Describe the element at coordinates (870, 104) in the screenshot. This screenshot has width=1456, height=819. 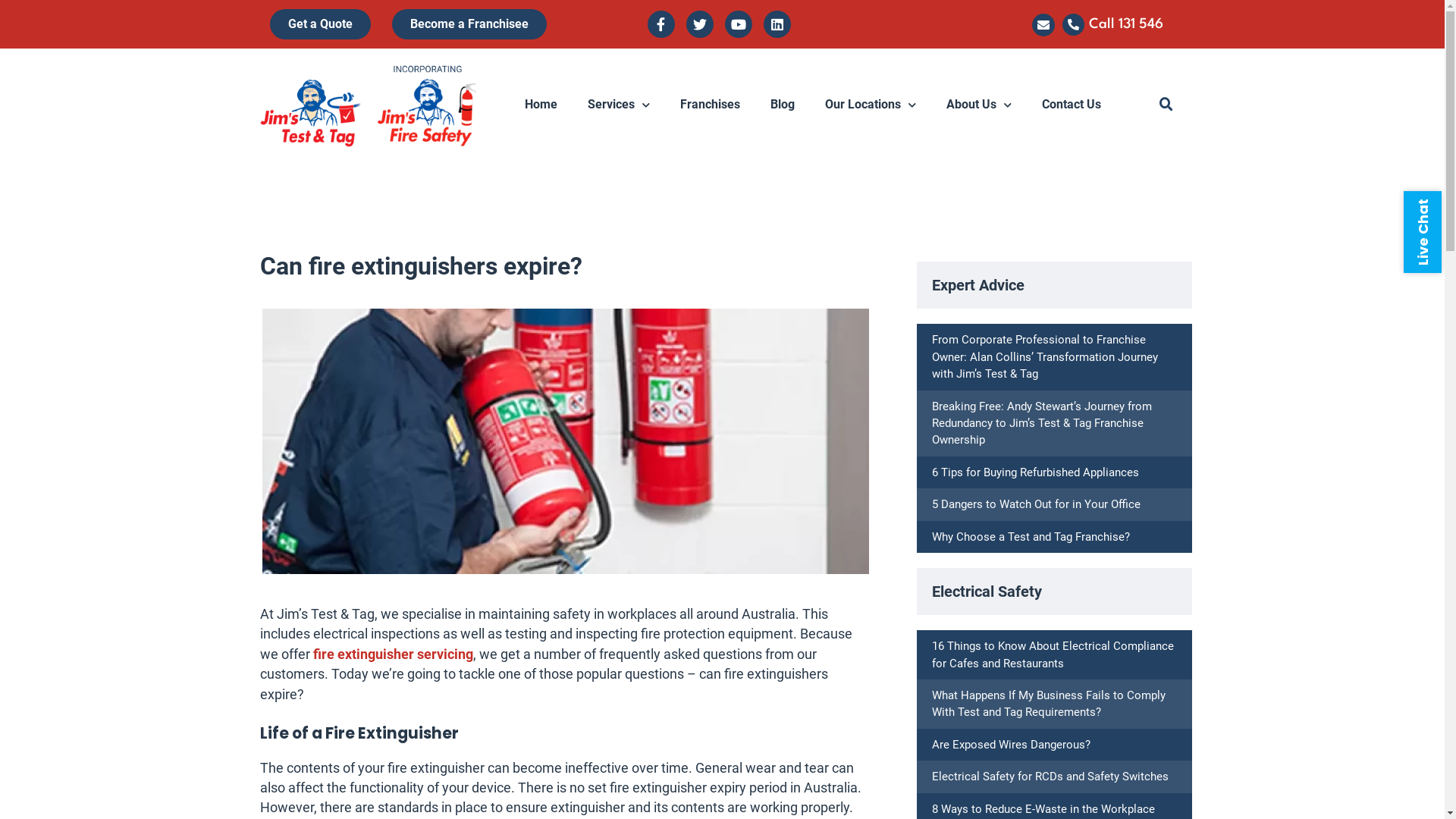
I see `'Our Locations'` at that location.